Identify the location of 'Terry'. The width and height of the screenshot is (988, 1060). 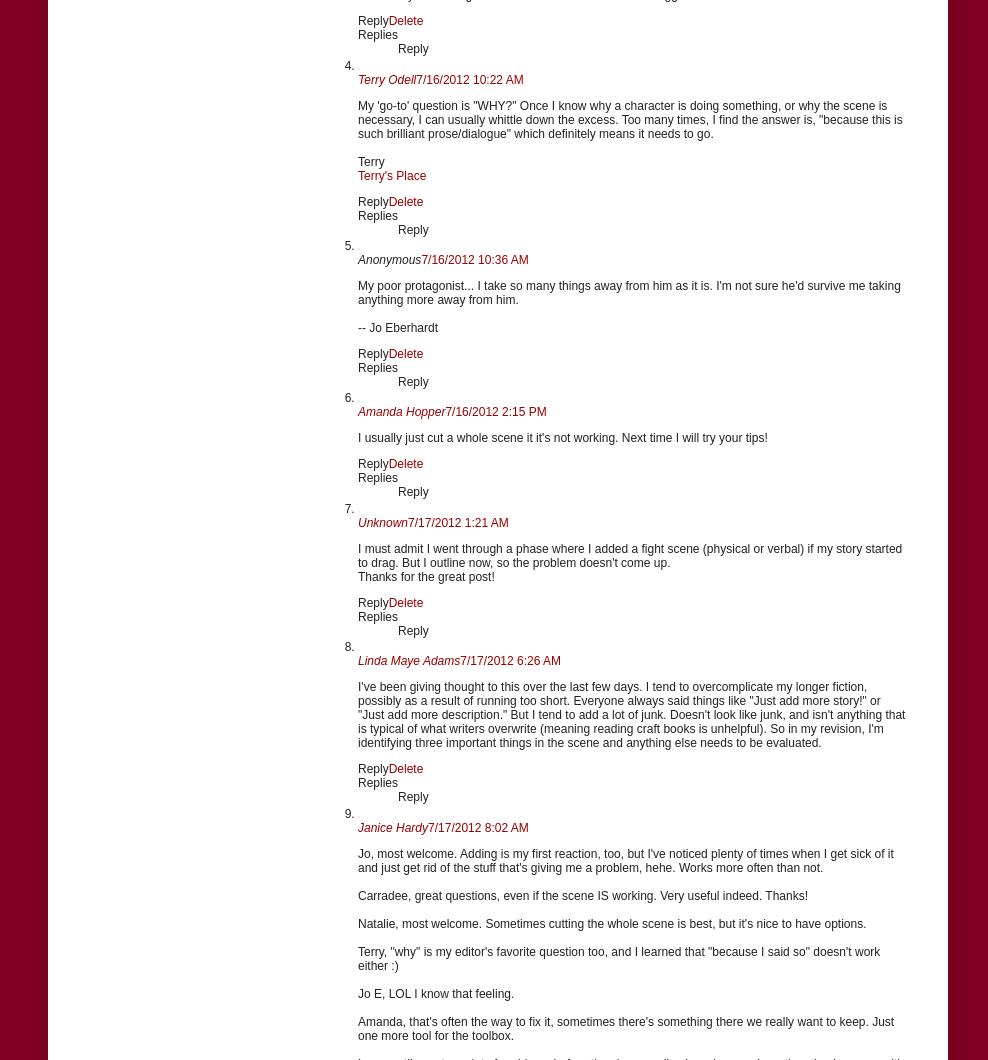
(357, 160).